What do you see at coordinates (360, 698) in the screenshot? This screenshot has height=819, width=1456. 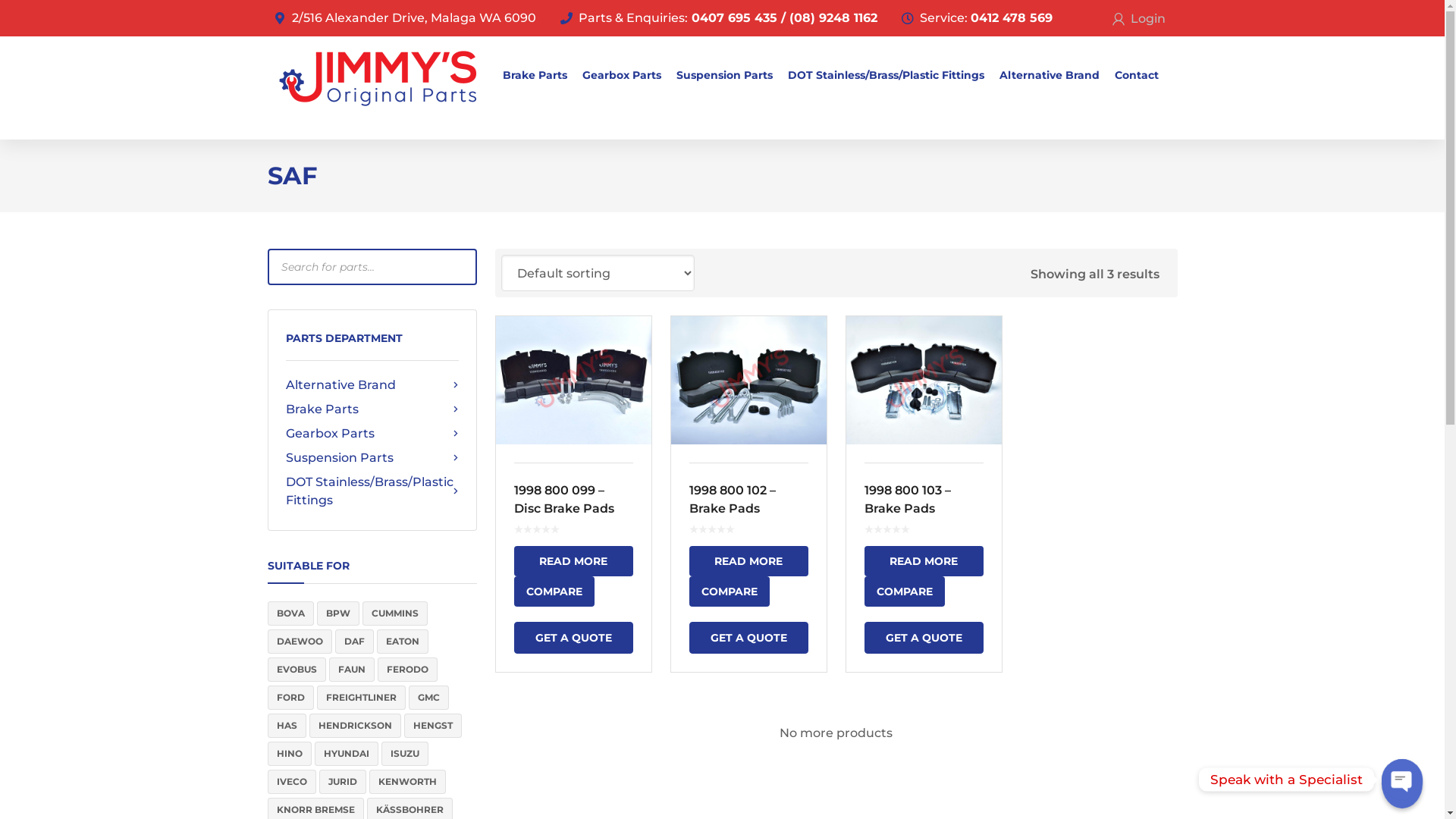 I see `'FREIGHTLINER'` at bounding box center [360, 698].